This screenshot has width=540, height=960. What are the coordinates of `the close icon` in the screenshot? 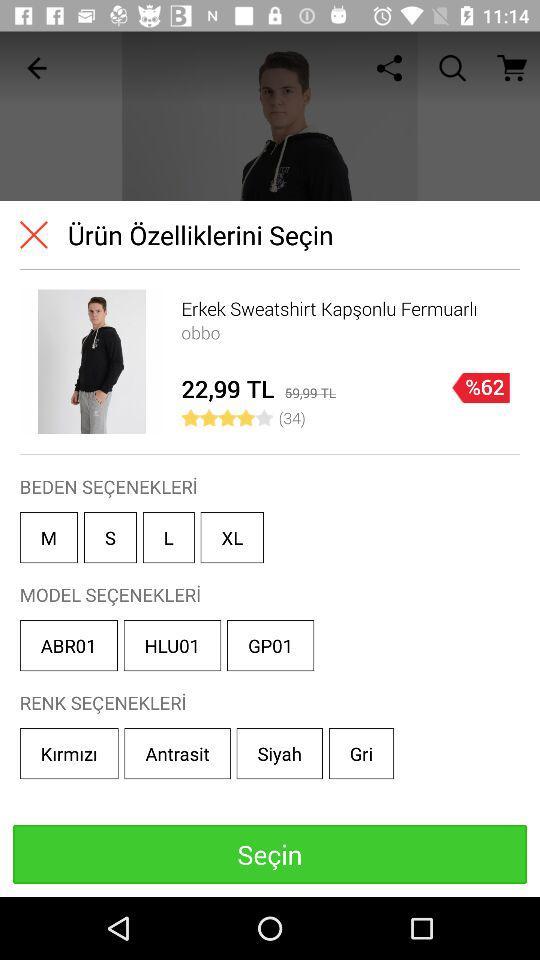 It's located at (32, 234).